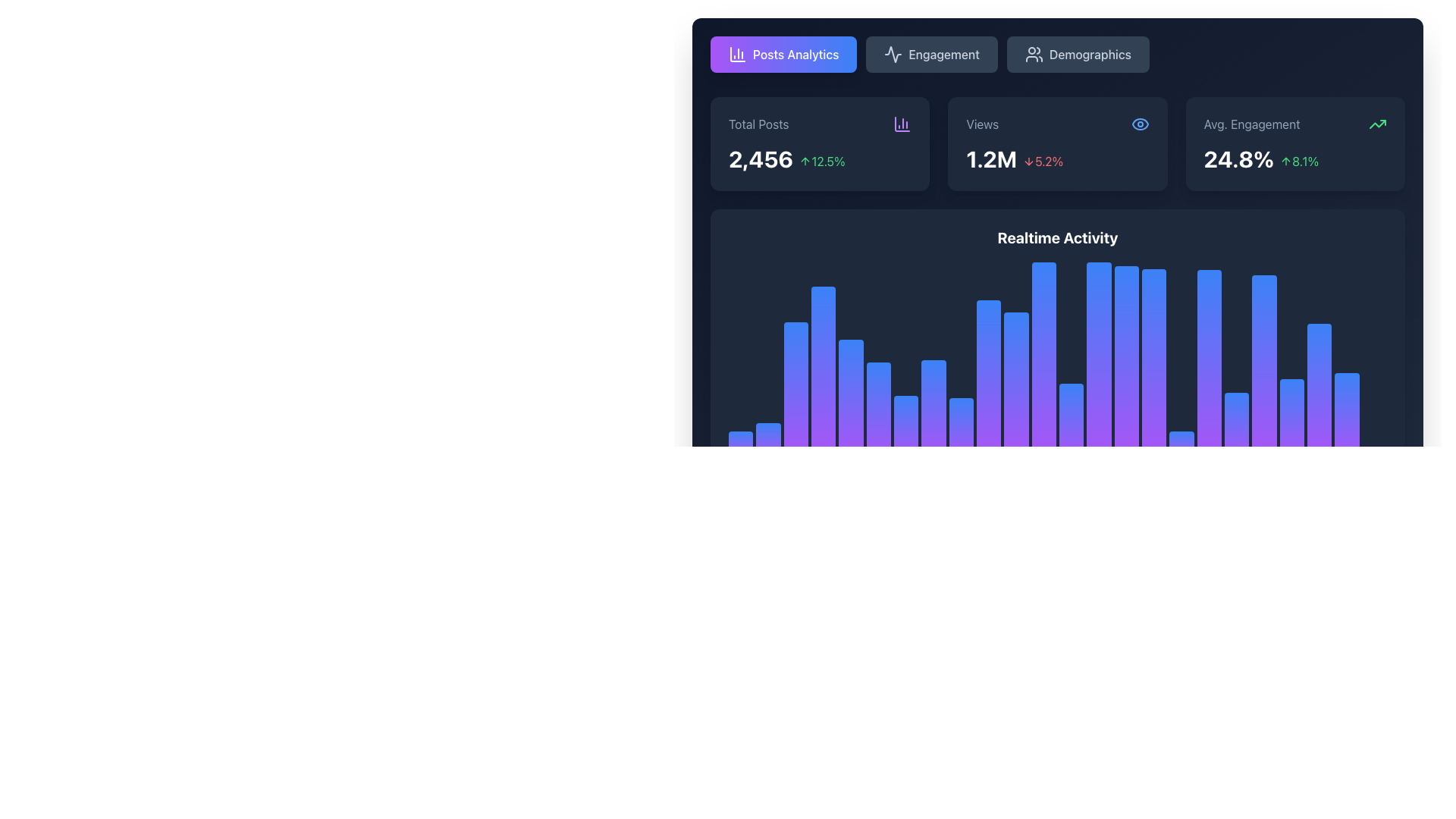 Image resolution: width=1456 pixels, height=819 pixels. I want to click on the seventeenth vertical bar in the bar chart visualization, which has a gradient color scheme from purple to blue and a rounded top, to interact with related data, so click(1181, 406).